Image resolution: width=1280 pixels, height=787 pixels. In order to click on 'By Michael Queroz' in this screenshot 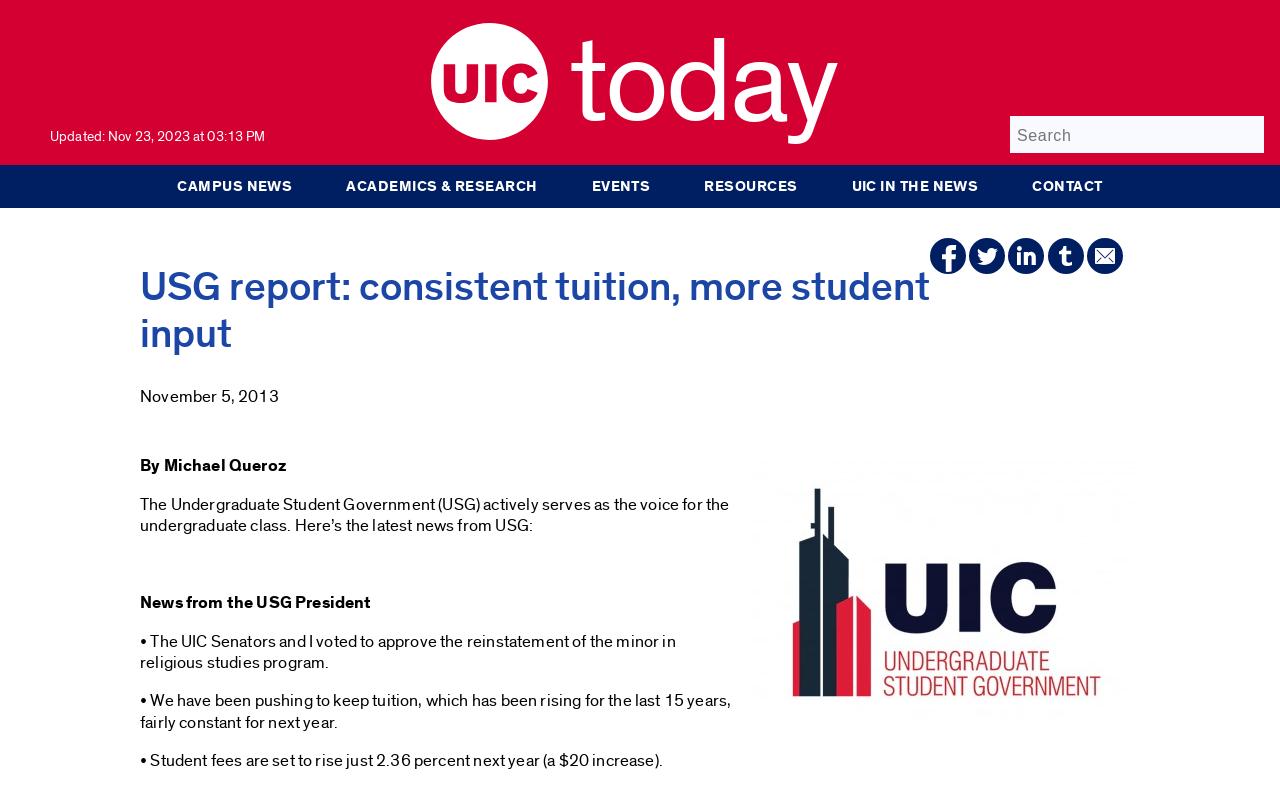, I will do `click(212, 465)`.